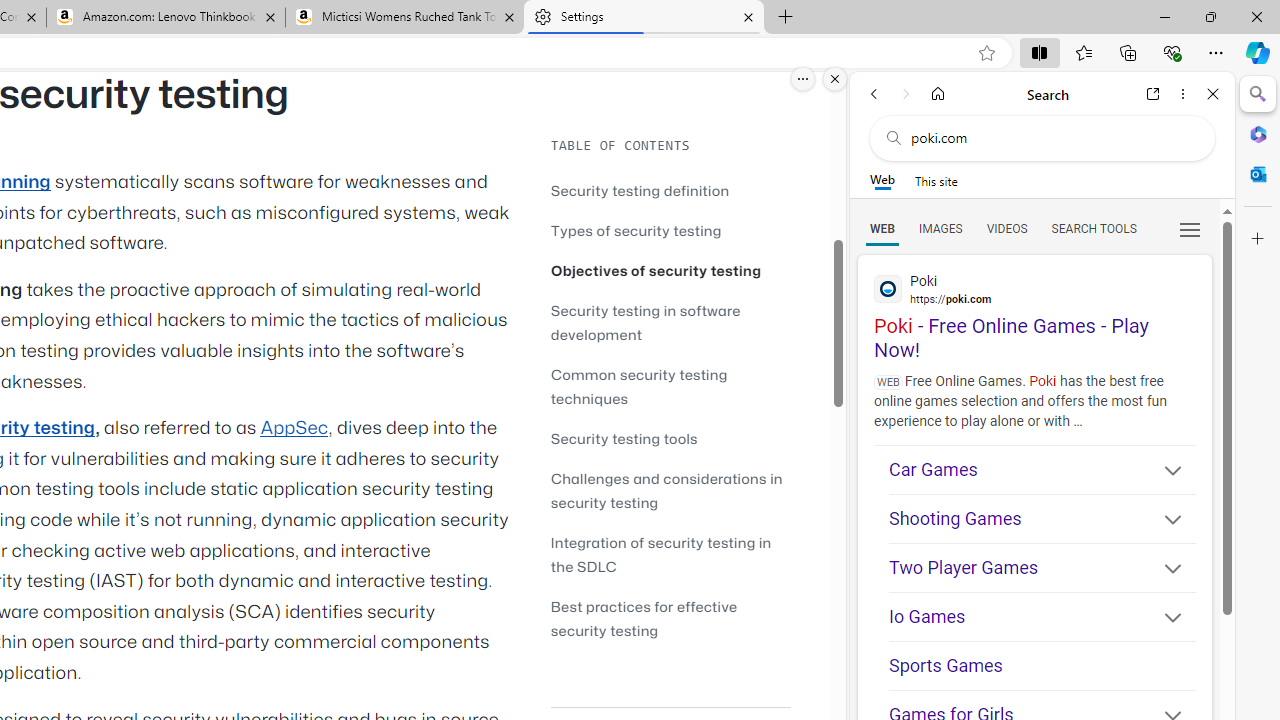 The image size is (1280, 720). I want to click on 'Objectives of security testing', so click(656, 270).